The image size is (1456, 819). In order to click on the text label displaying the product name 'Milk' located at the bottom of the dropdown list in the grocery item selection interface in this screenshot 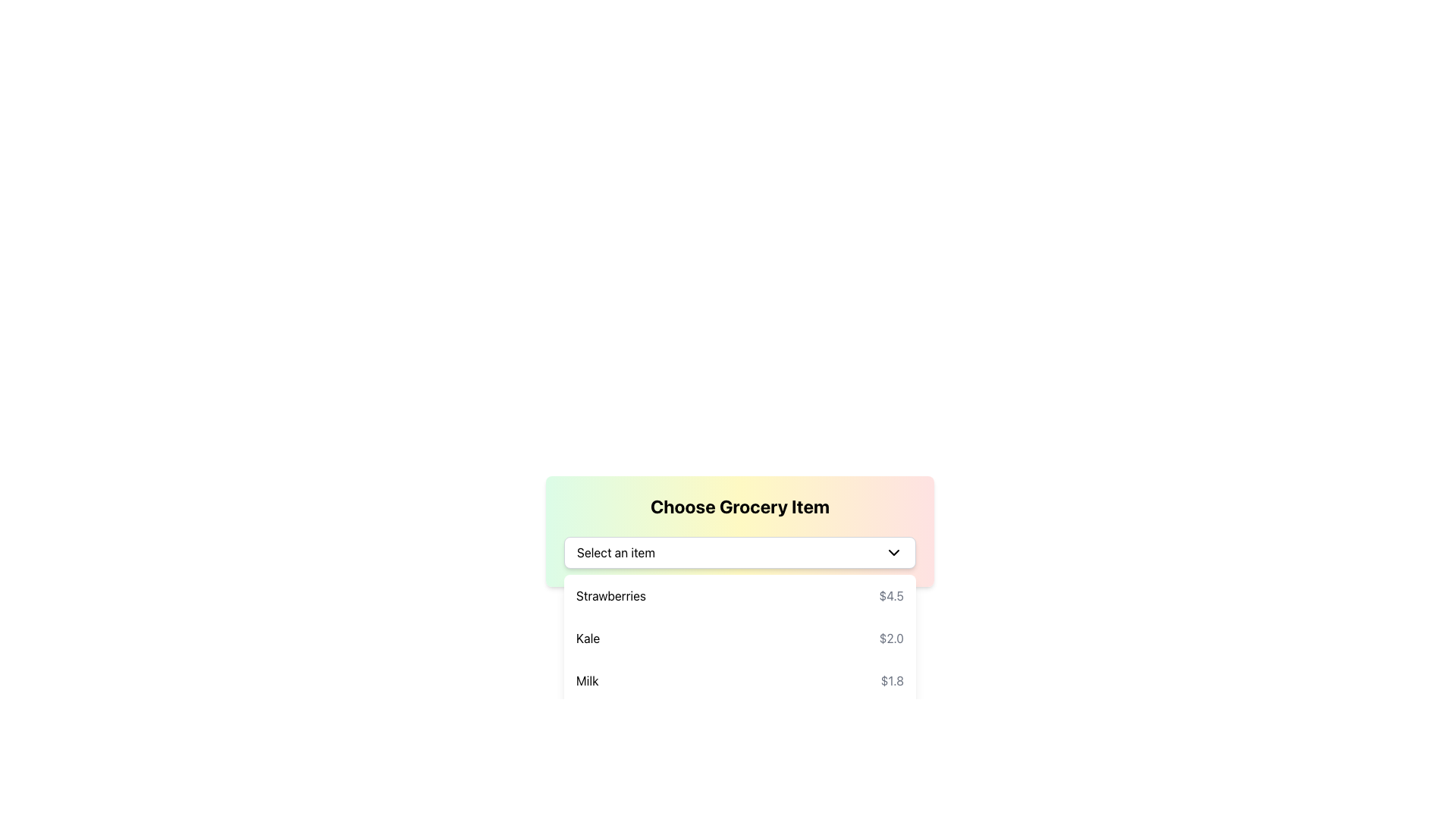, I will do `click(586, 680)`.